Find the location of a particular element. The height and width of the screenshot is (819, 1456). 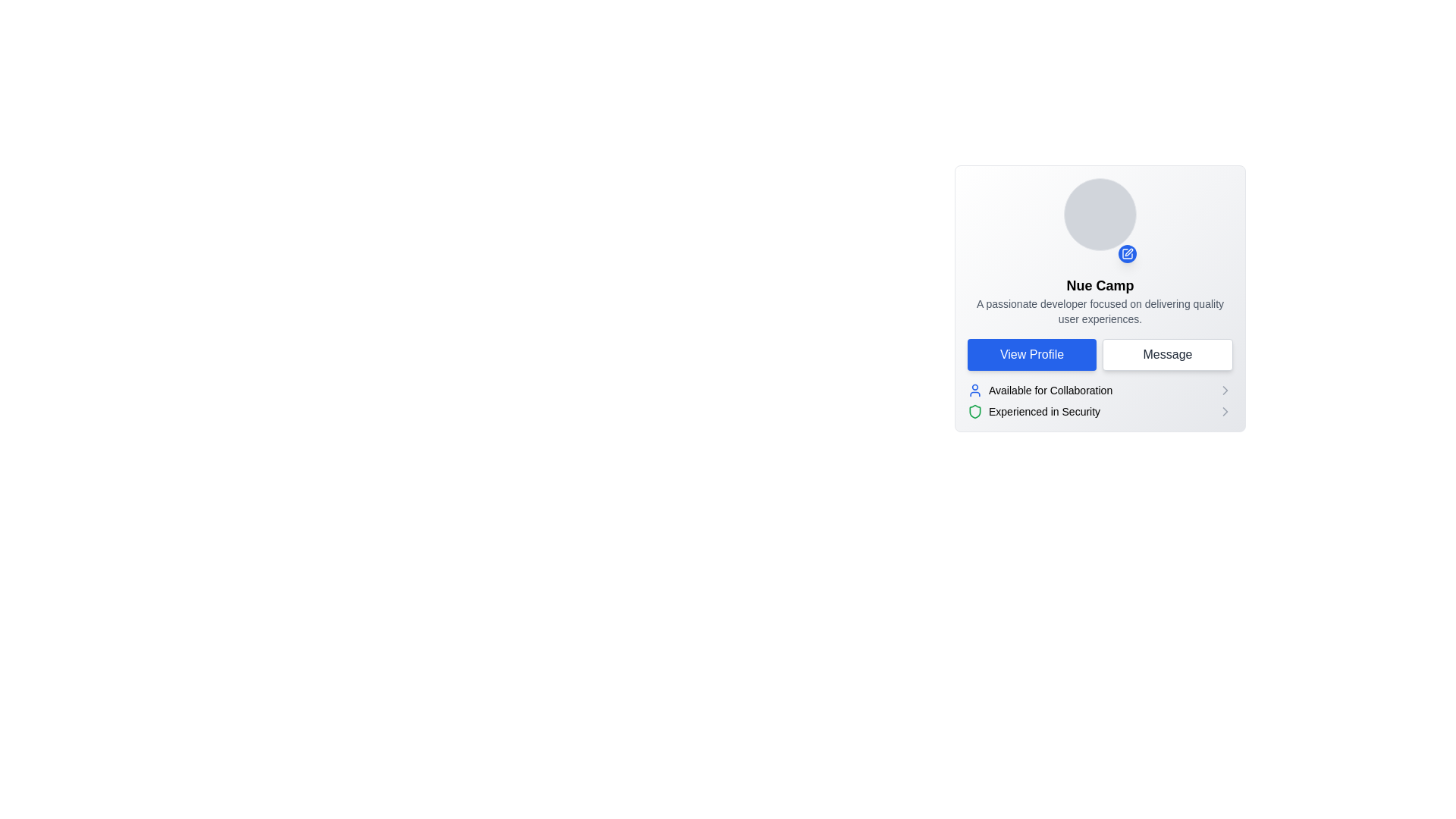

the label that conveys a specific piece of information or attribute related to a skill or expertise, located to the right of a green shield icon is located at coordinates (1043, 412).